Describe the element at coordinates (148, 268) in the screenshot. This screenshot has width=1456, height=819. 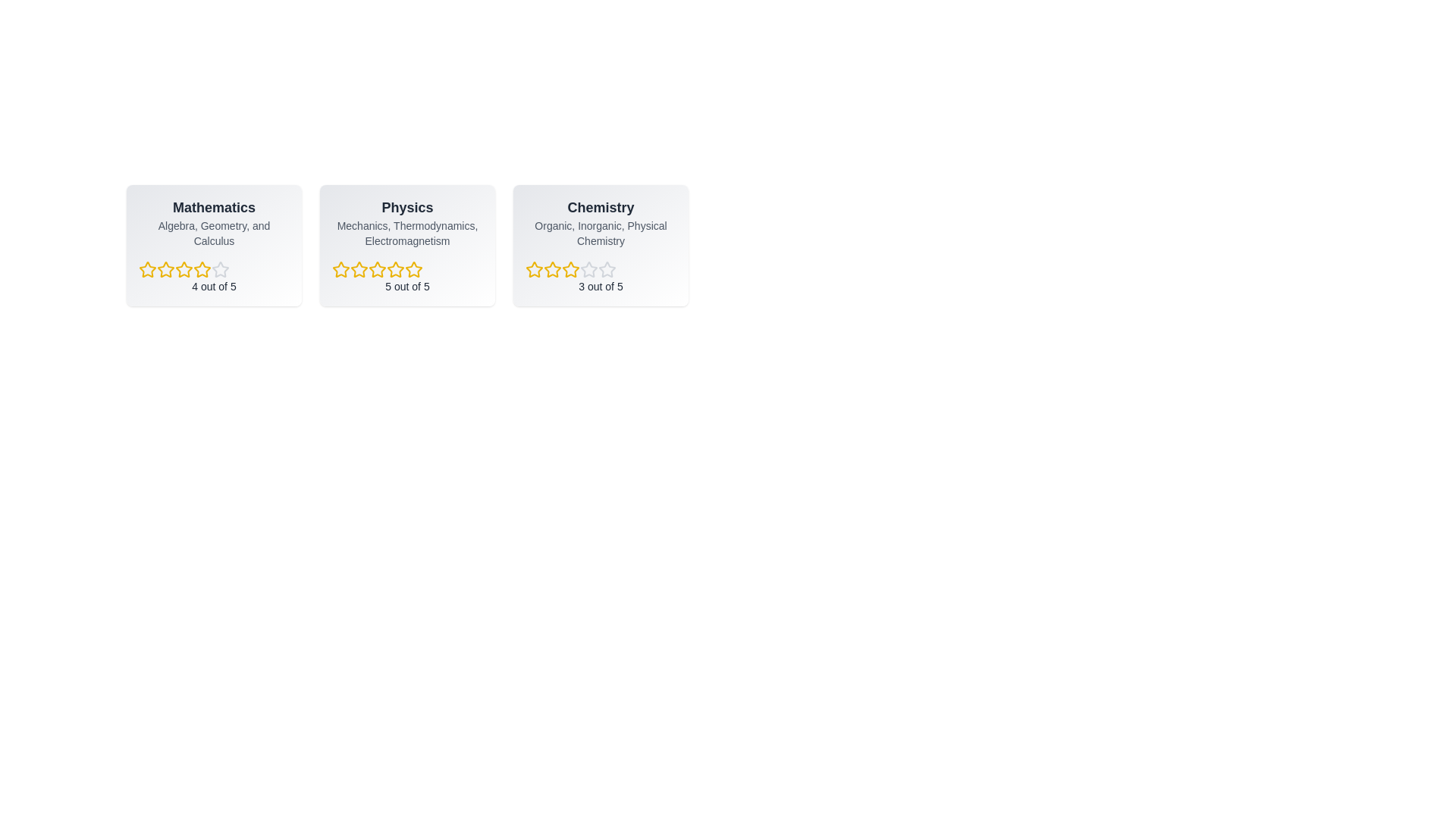
I see `the rating for a subject to 1 stars by clicking on the corresponding star` at that location.